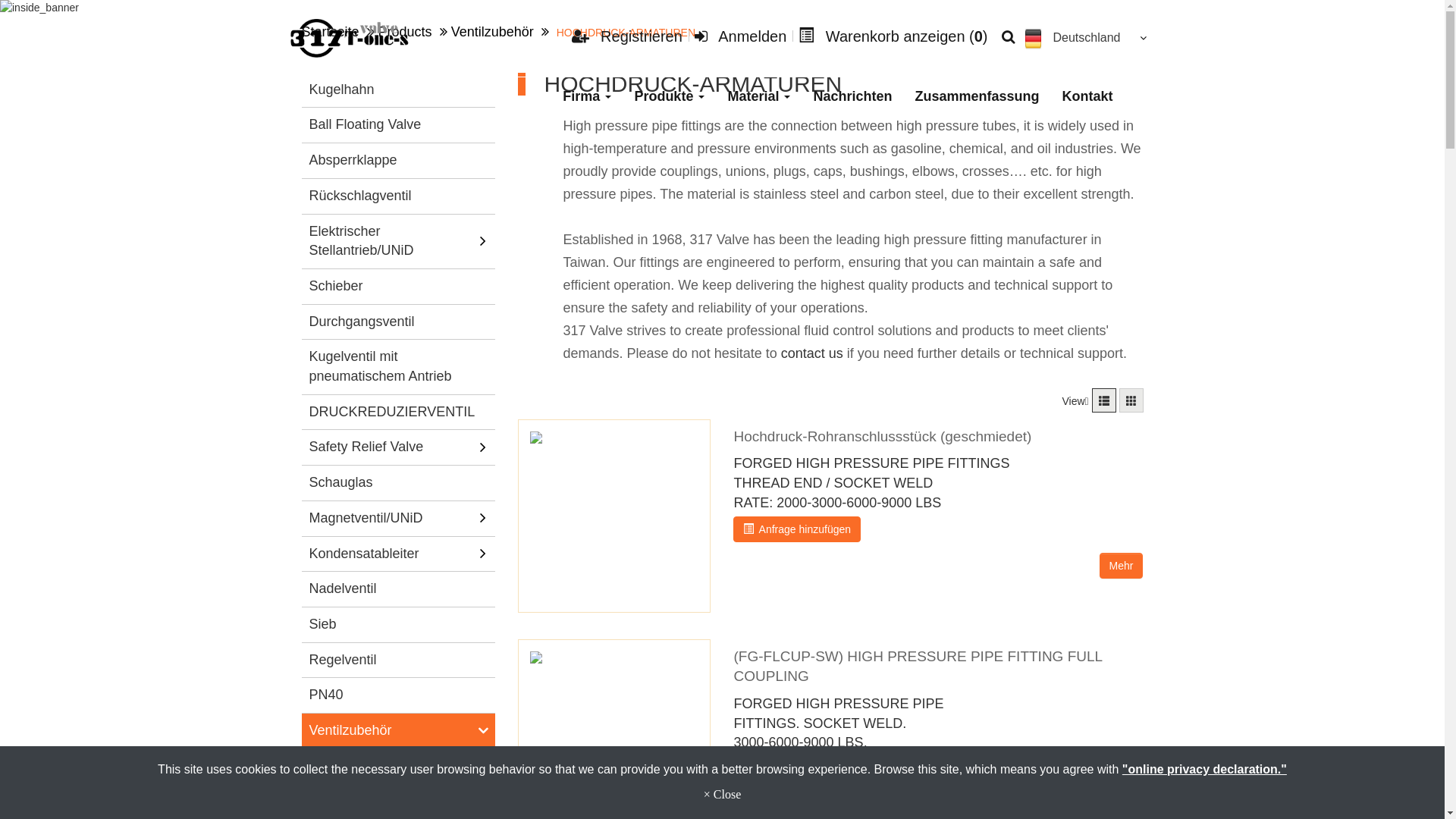 This screenshot has width=1456, height=819. I want to click on 'Durchgangsventil', so click(304, 321).